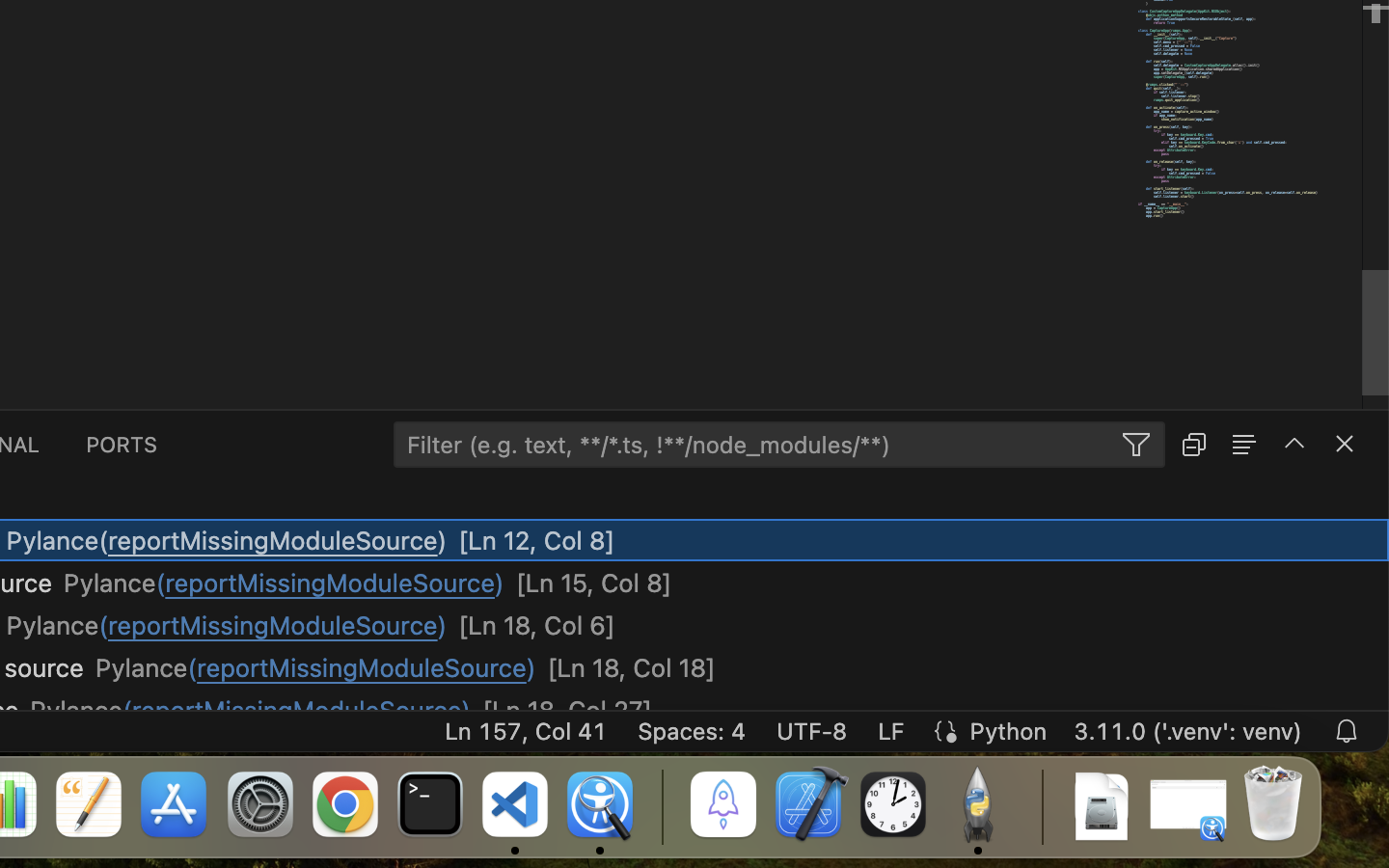 This screenshot has width=1389, height=868. Describe the element at coordinates (1293, 442) in the screenshot. I see `''` at that location.